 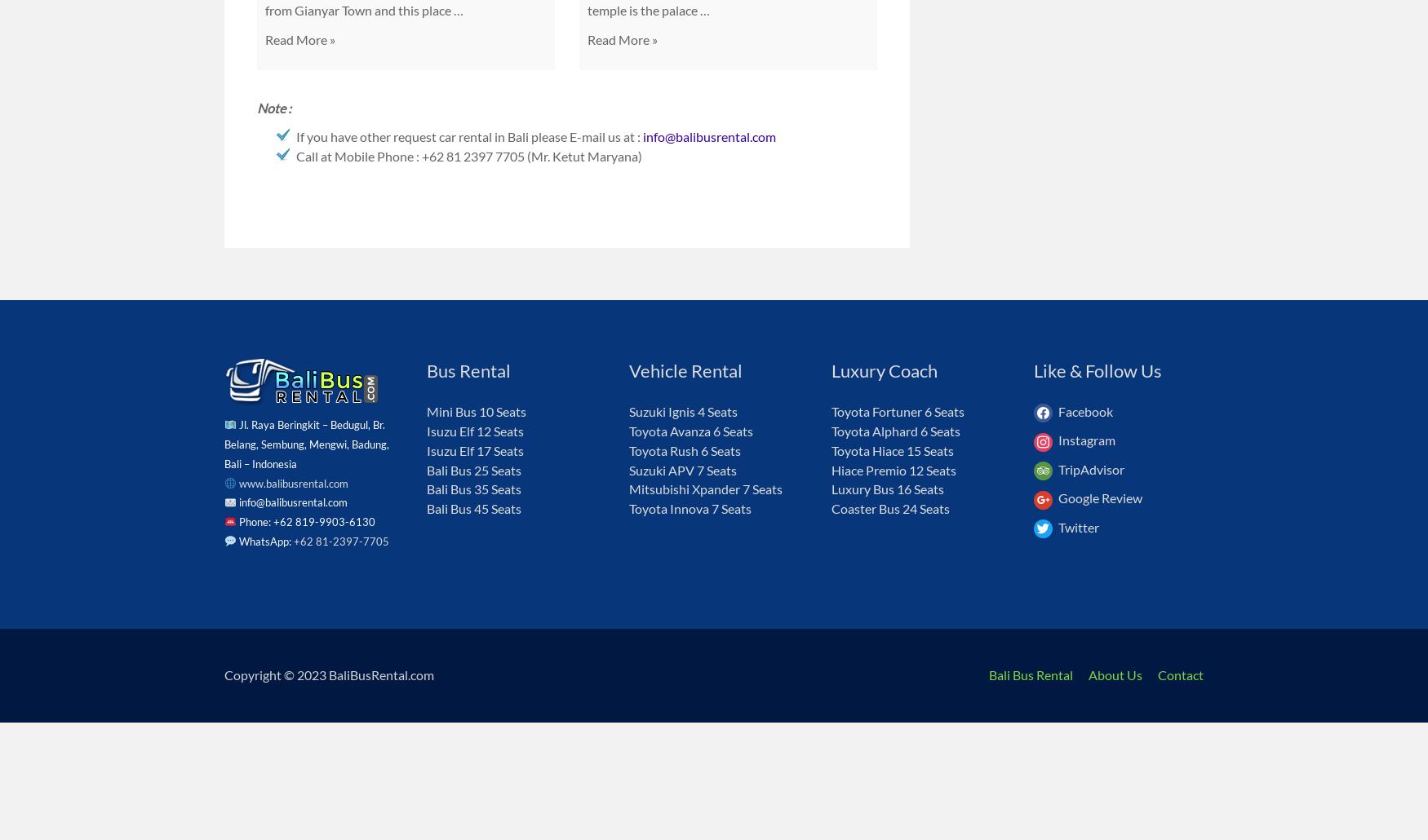 I want to click on 'Hiace Premio 12 Seats', so click(x=831, y=469).